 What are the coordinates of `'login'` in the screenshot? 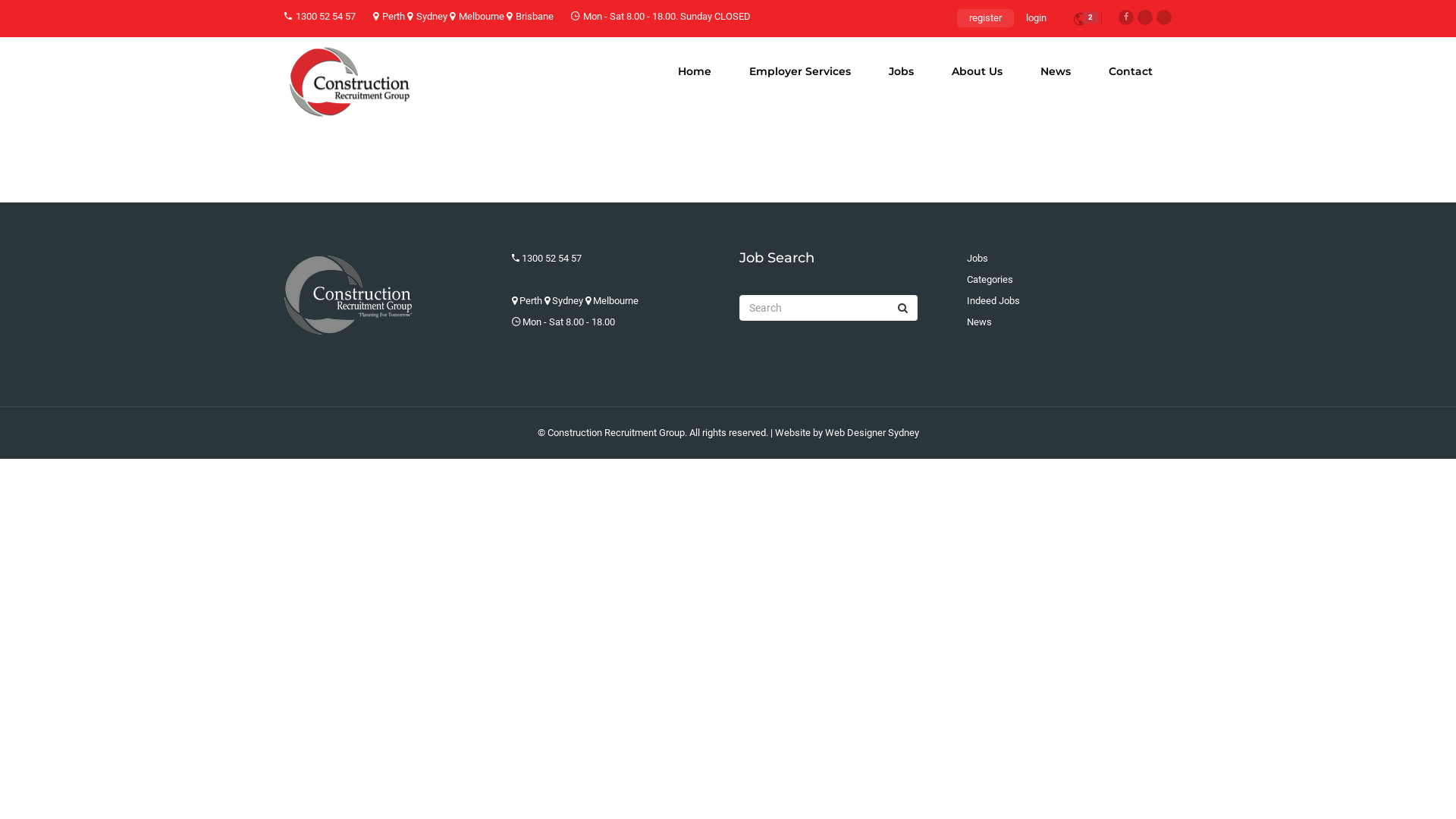 It's located at (1035, 17).